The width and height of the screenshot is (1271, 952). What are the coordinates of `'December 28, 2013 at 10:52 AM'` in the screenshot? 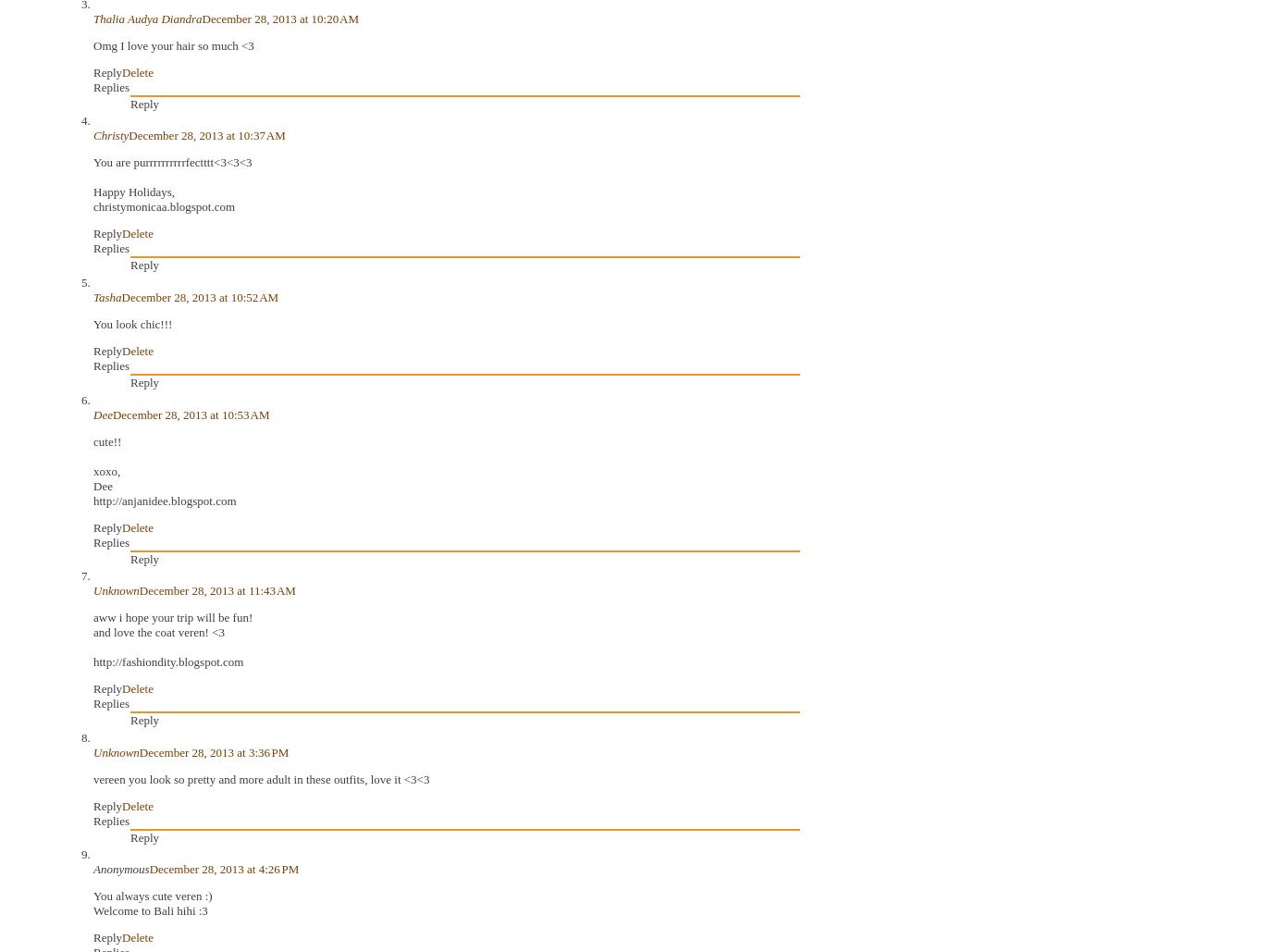 It's located at (119, 296).